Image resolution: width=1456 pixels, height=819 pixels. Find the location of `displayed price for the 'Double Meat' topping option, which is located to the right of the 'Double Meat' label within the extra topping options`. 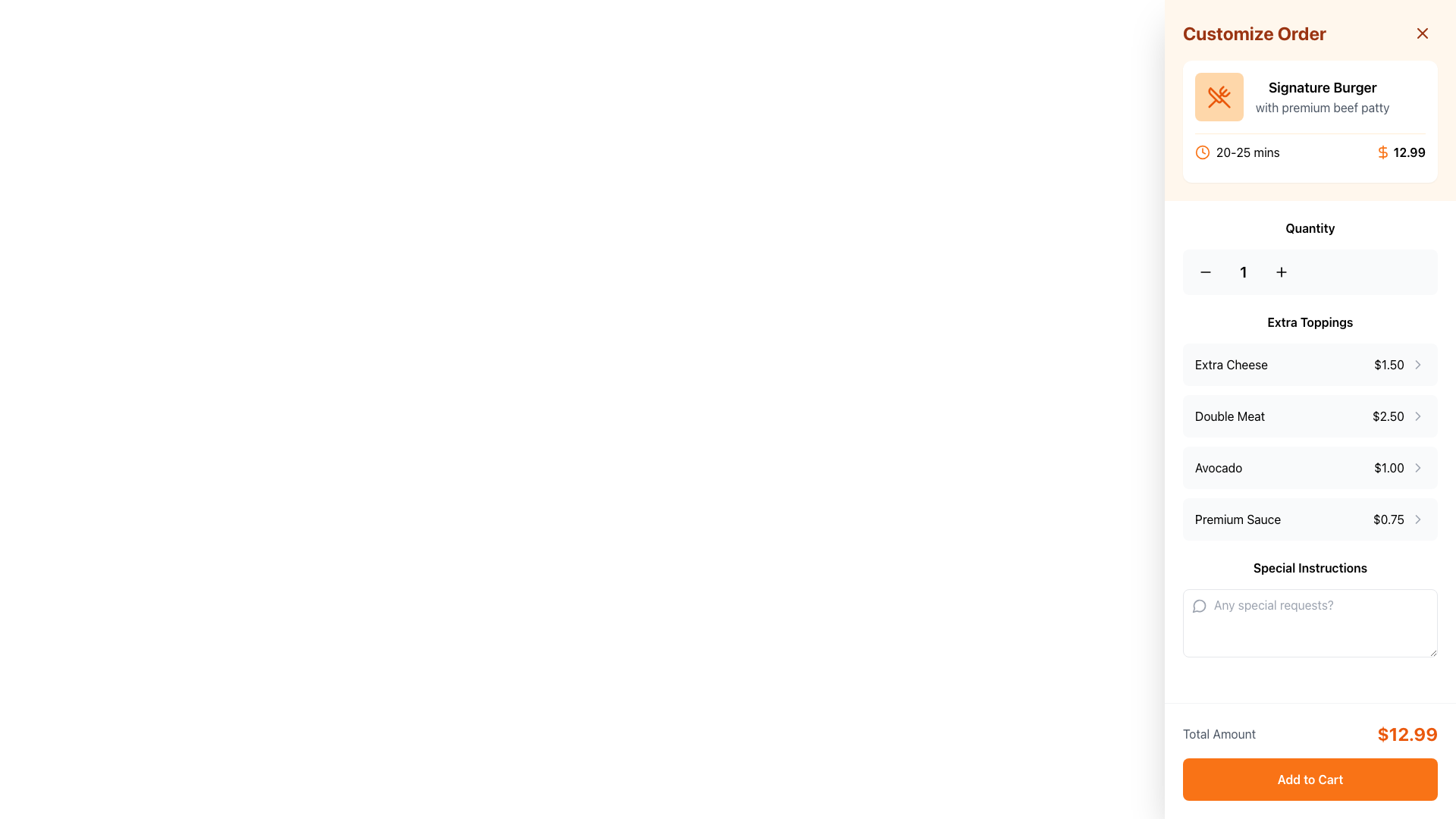

displayed price for the 'Double Meat' topping option, which is located to the right of the 'Double Meat' label within the extra topping options is located at coordinates (1388, 416).